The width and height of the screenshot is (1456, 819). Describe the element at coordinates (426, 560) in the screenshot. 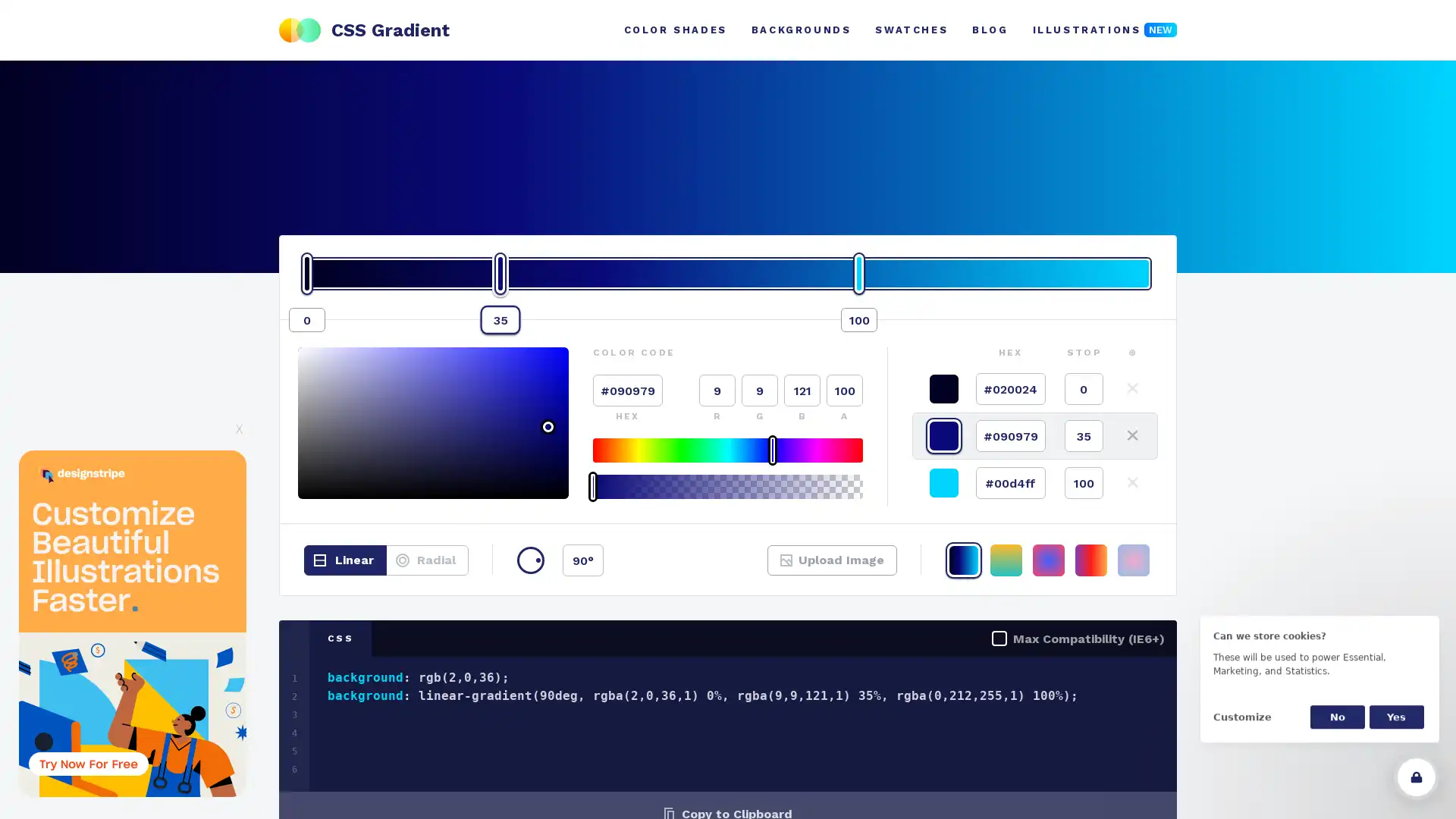

I see `Radial` at that location.